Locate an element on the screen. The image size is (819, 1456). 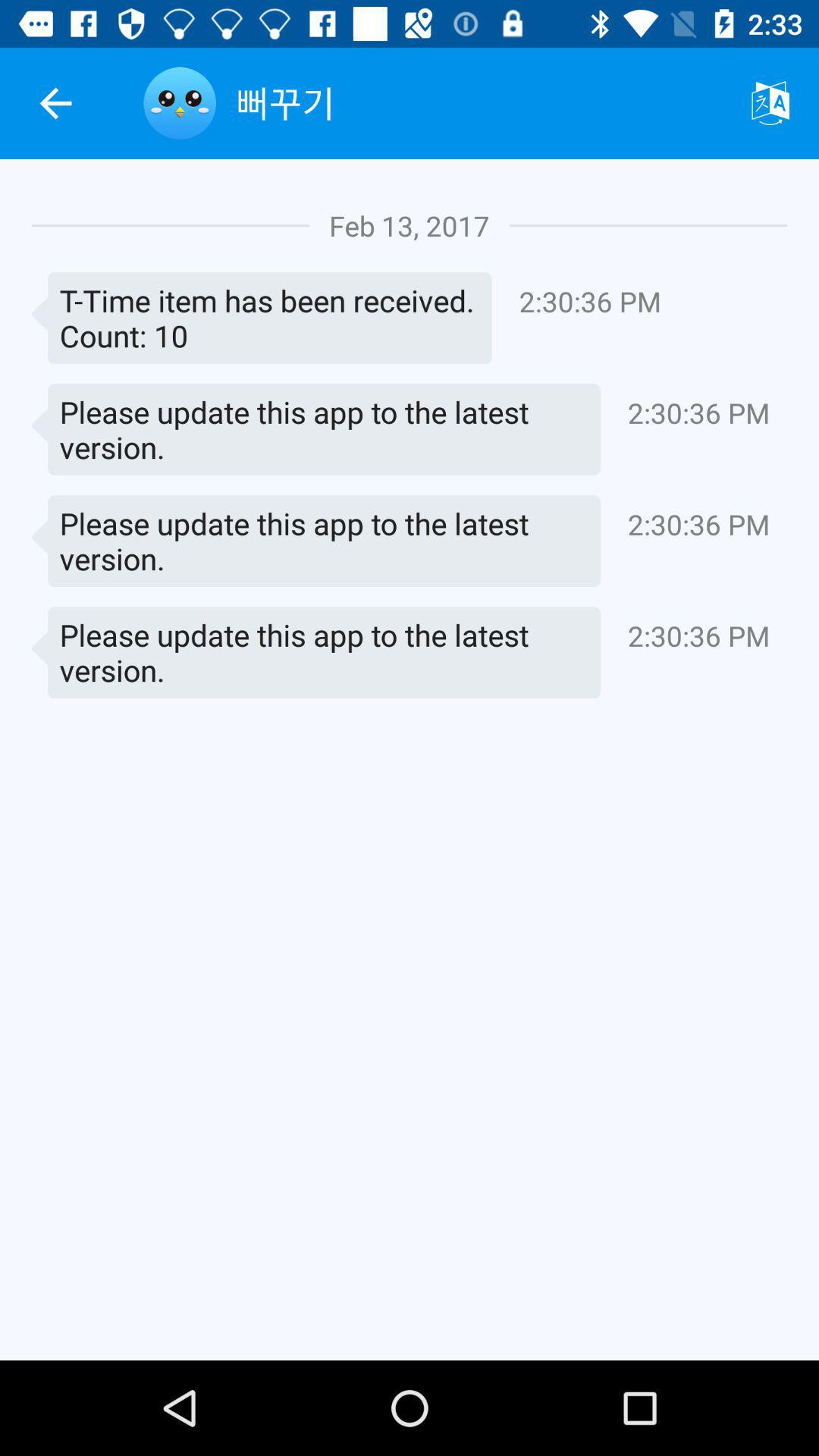
the t time item item is located at coordinates (261, 317).